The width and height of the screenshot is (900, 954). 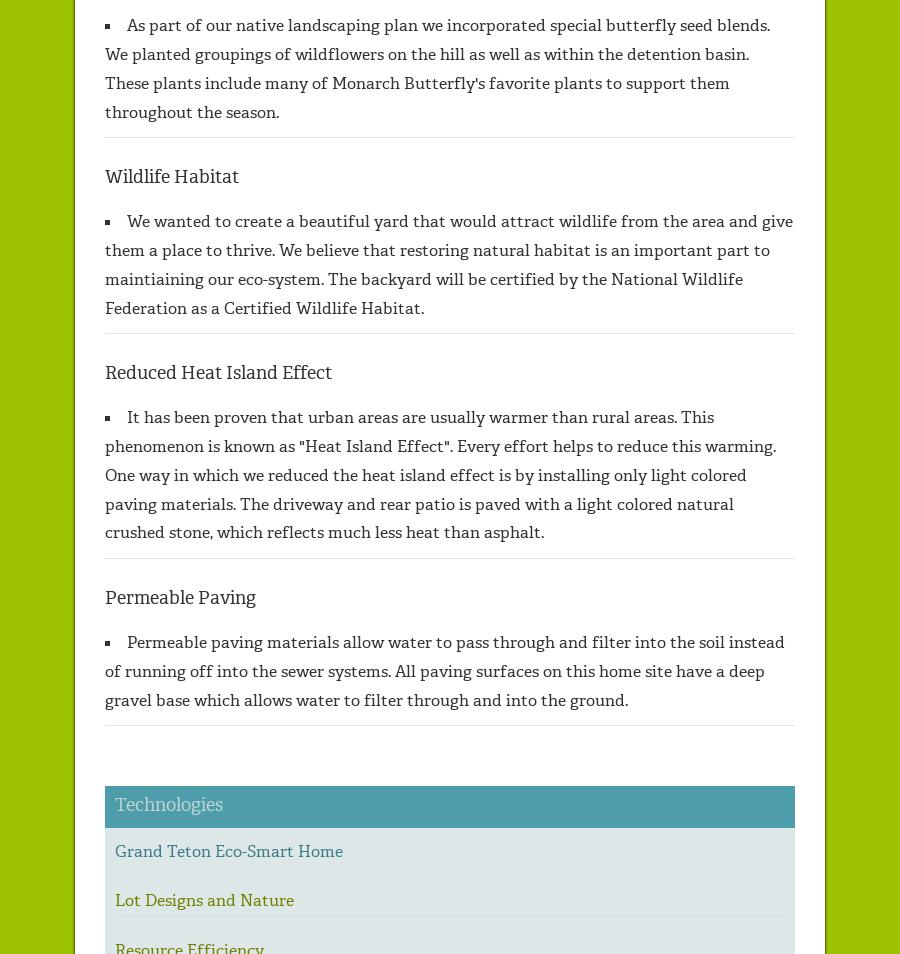 I want to click on 'Reduced Heat Island Effect', so click(x=218, y=373).